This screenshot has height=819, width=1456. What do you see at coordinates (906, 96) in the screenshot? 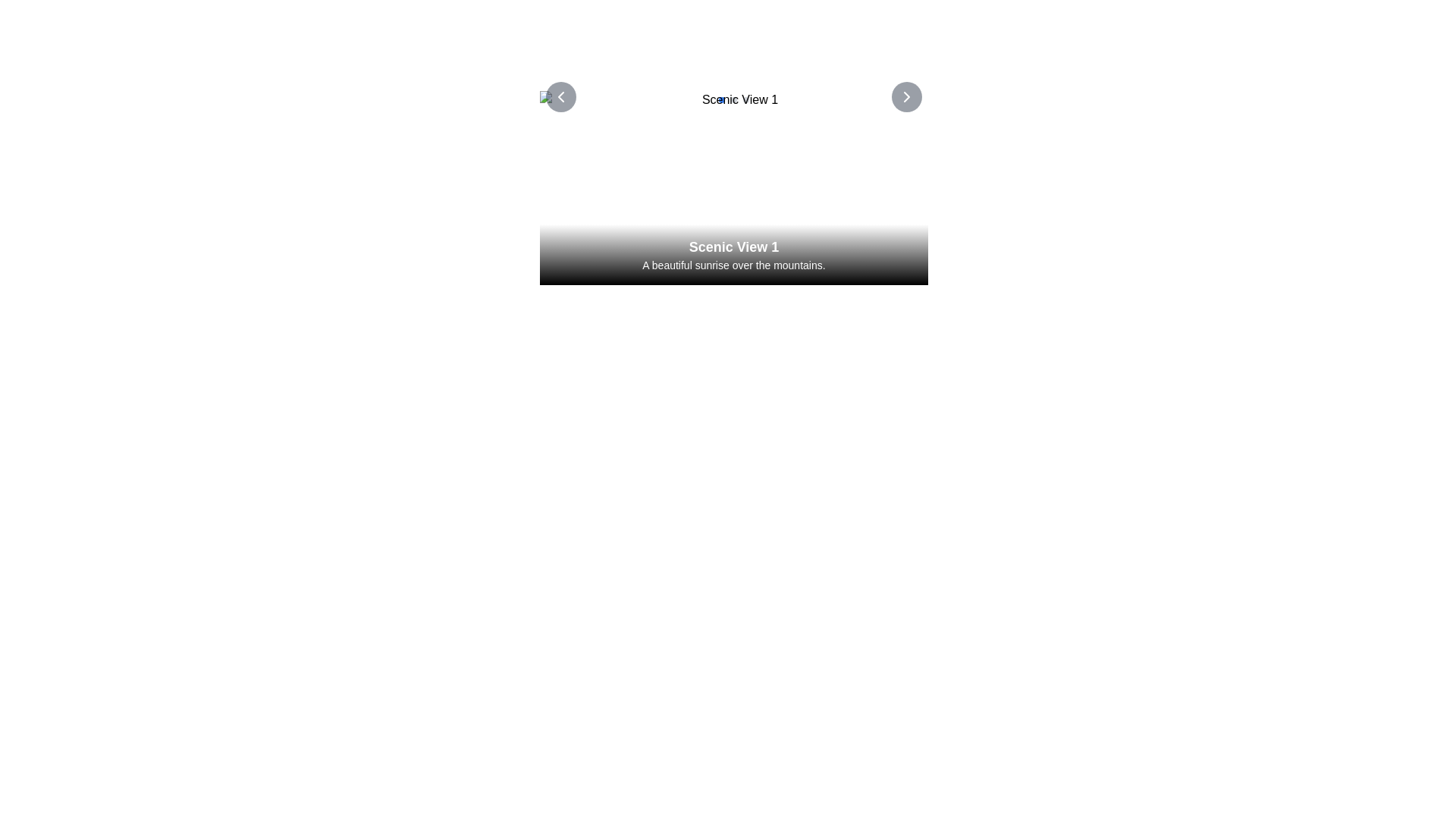
I see `the navigation button located towards the right edge of the interface` at bounding box center [906, 96].